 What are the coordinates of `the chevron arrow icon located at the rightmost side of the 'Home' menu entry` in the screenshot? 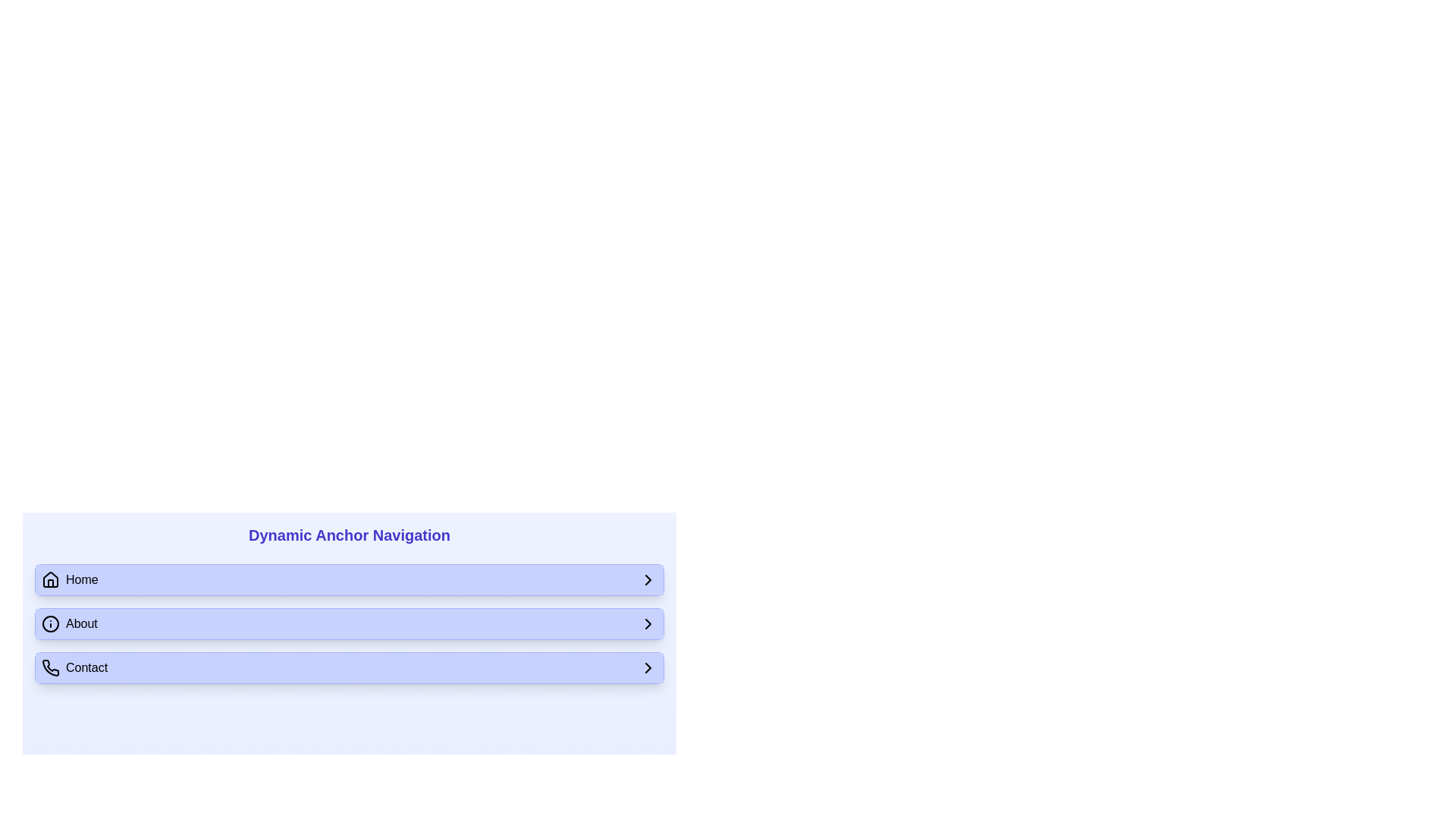 It's located at (648, 579).